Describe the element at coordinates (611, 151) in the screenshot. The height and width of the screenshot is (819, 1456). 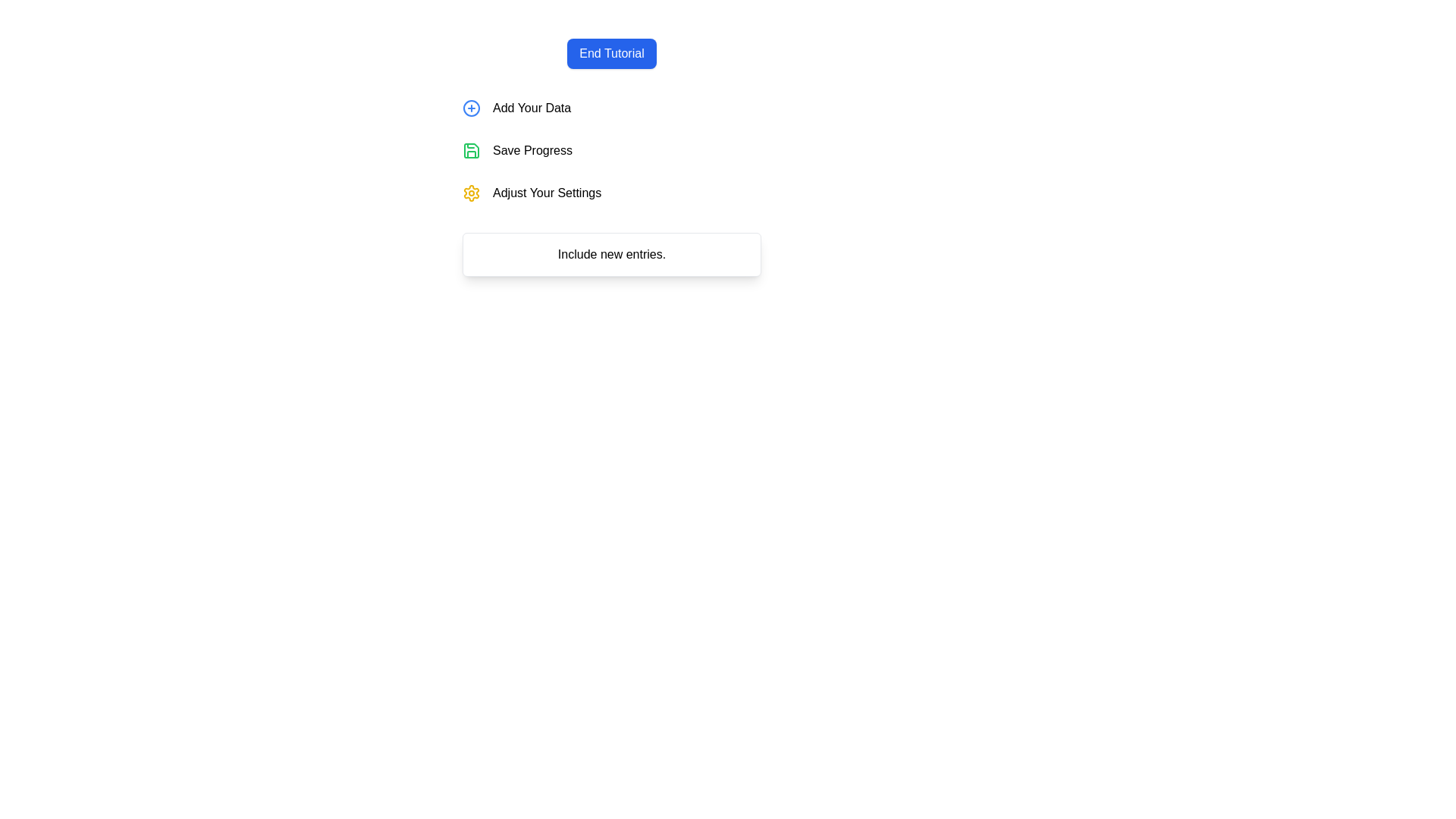
I see `the 'Add Your Data' option in the vertical list group` at that location.